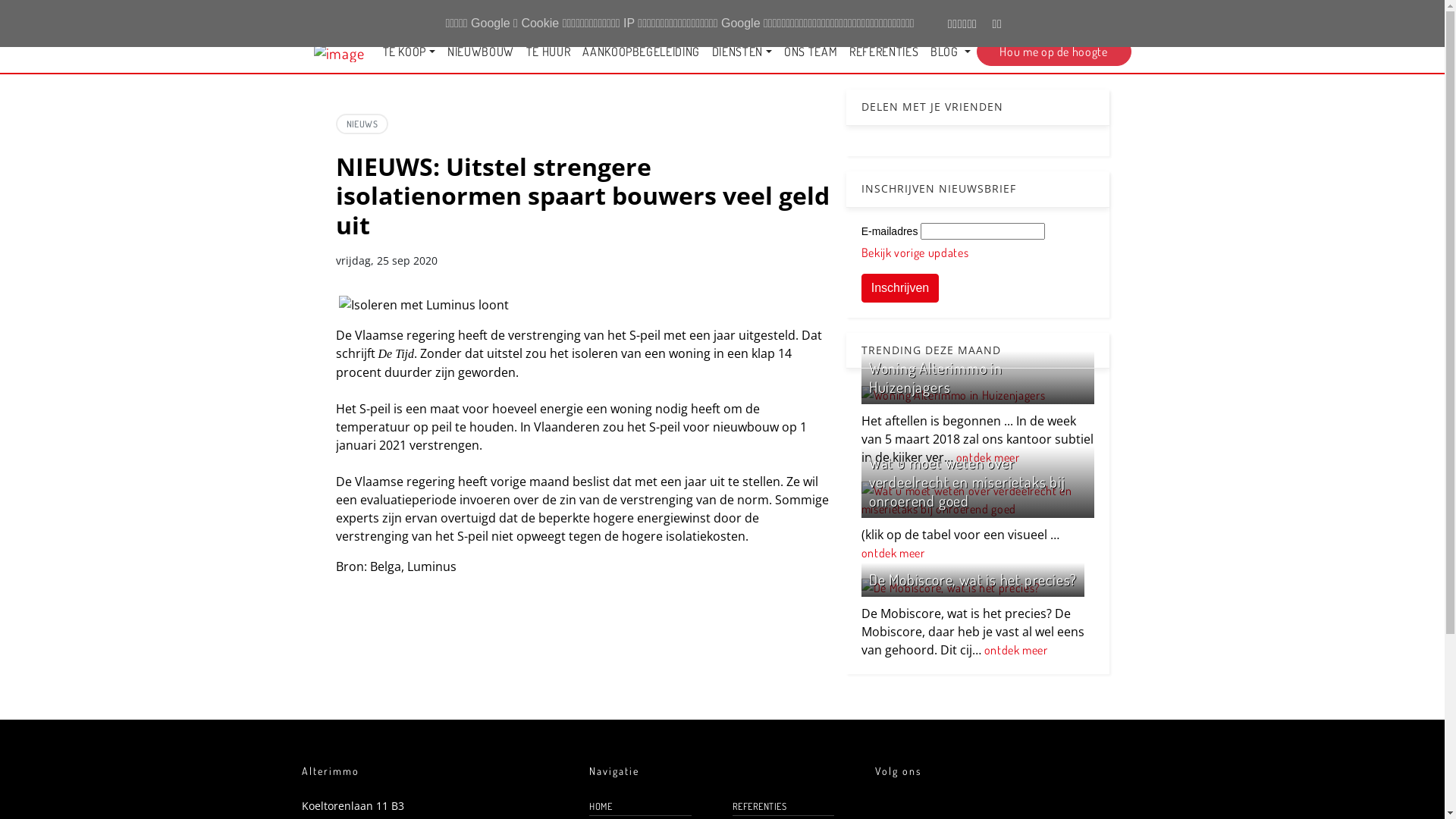  What do you see at coordinates (869, 579) in the screenshot?
I see `'De Mobiscore, wat is het precies?'` at bounding box center [869, 579].